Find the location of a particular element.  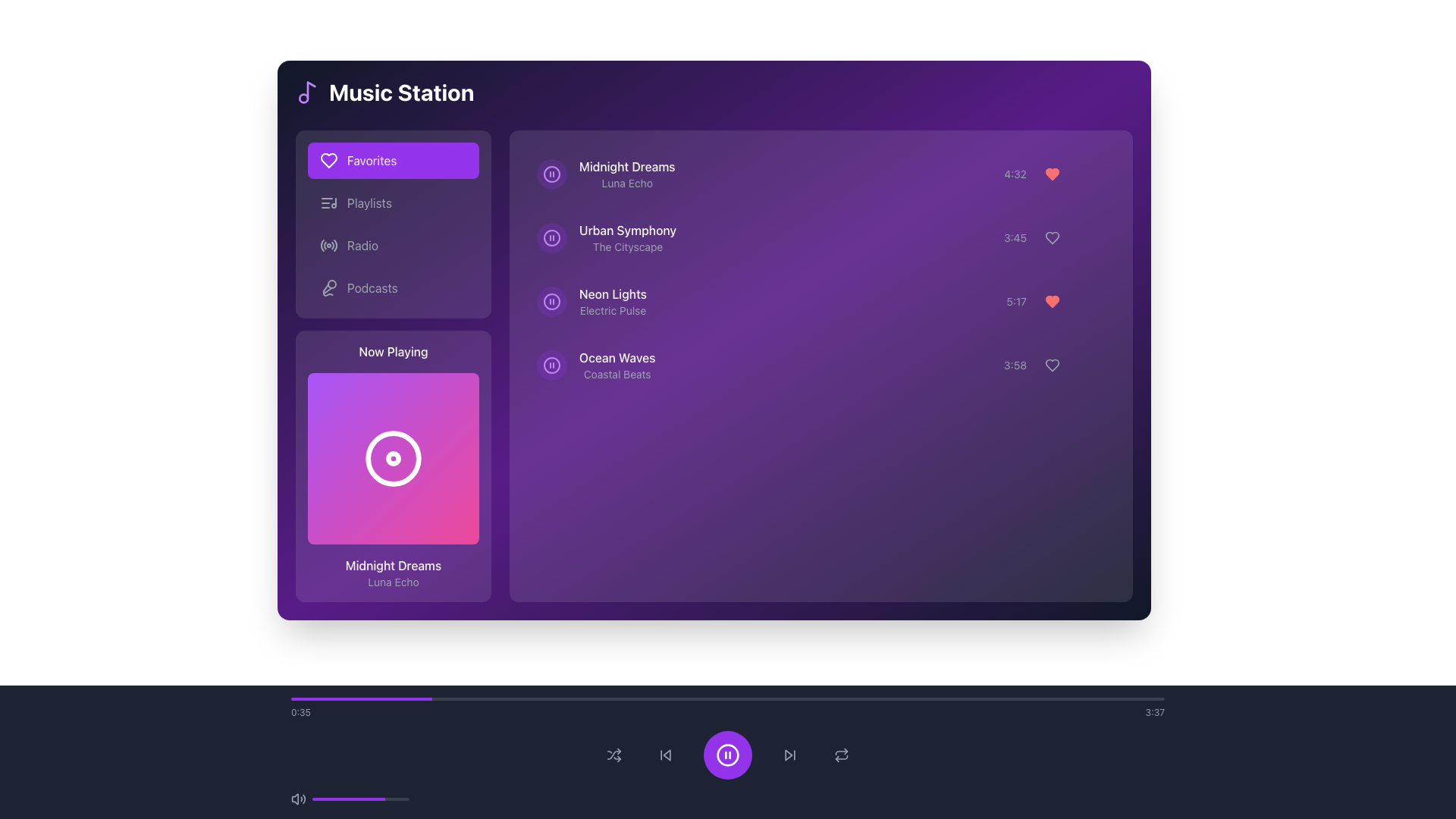

the favorite button with an icon next is located at coordinates (1051, 174).